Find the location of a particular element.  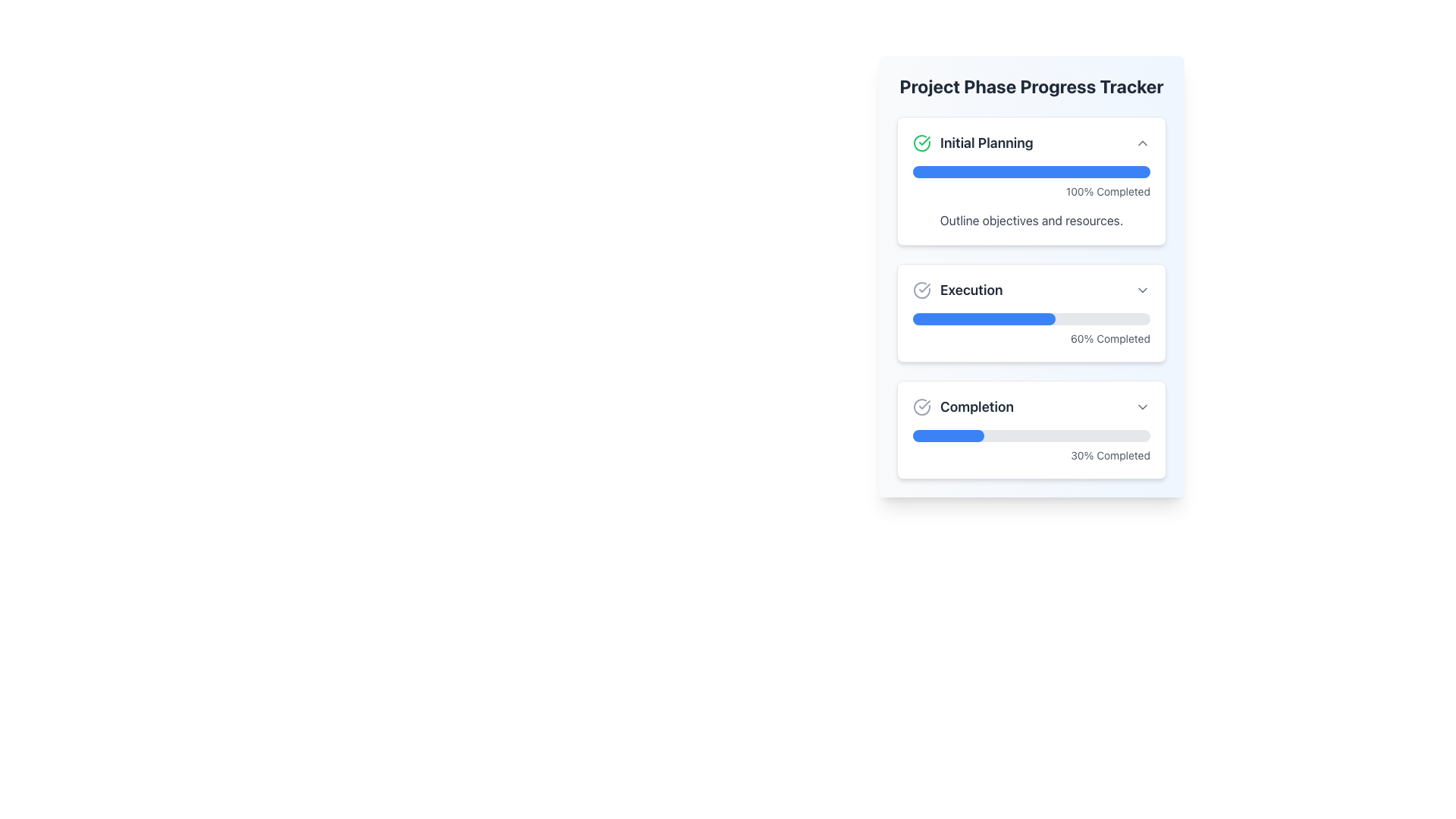

the Text label that identifies the current phase in the Project Phase Progress Tracker section is located at coordinates (971, 290).